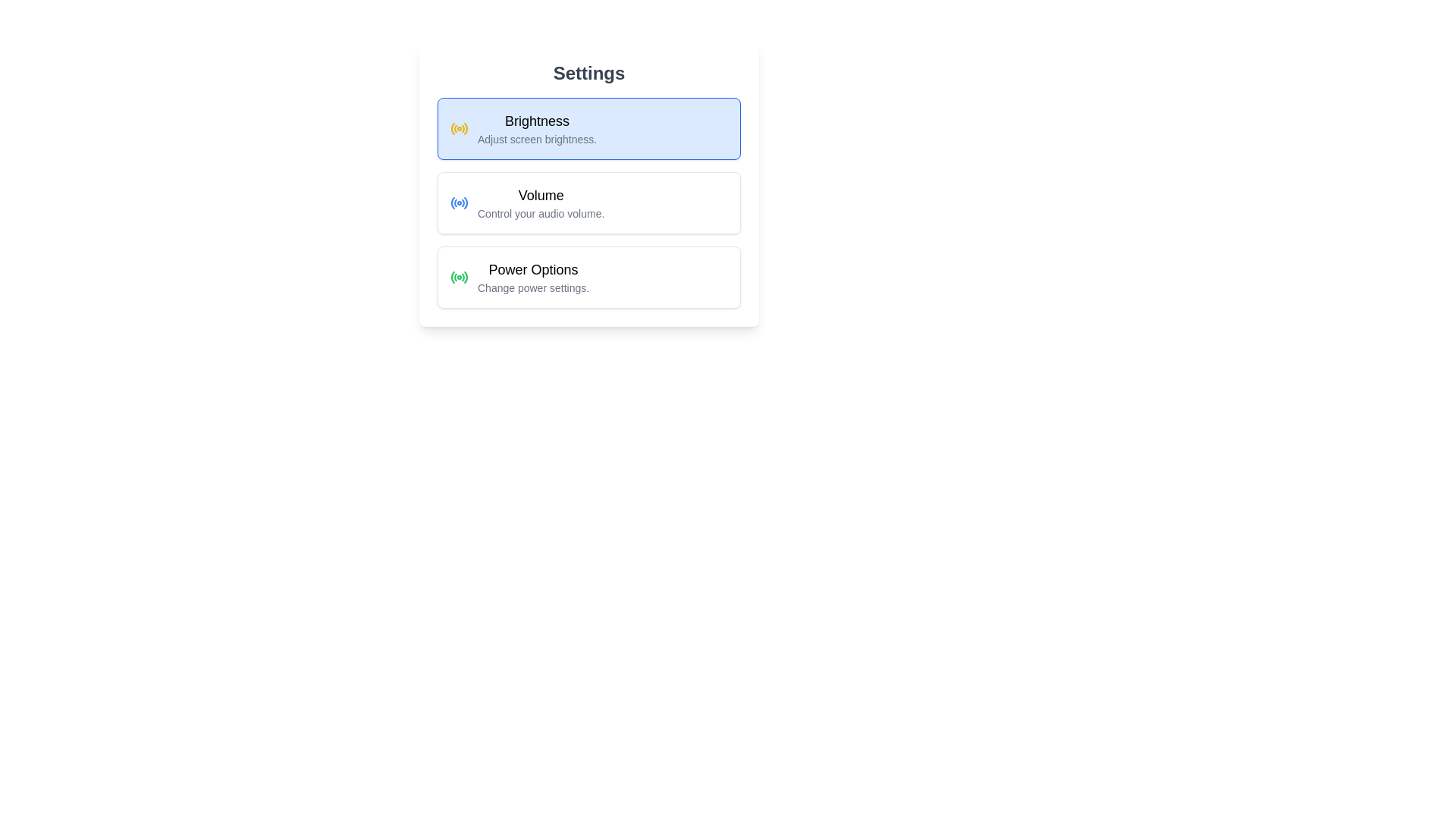 Image resolution: width=1456 pixels, height=819 pixels. Describe the element at coordinates (458, 127) in the screenshot. I see `the Brightness icon, which is positioned at the top of the options list, adjacent to the title 'Brightness'` at that location.